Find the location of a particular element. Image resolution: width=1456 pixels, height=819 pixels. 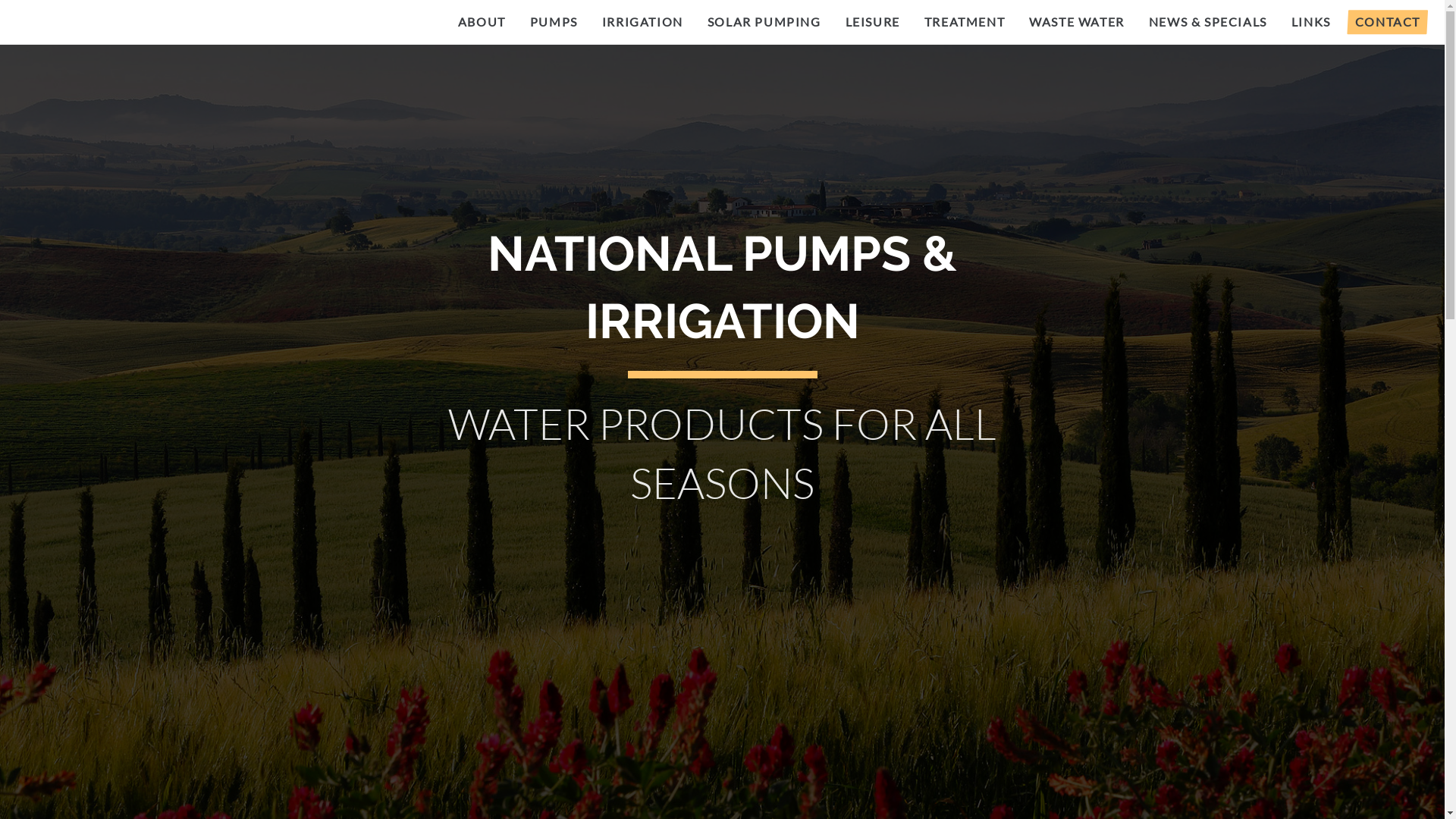

'NEWS & SPECIALS' is located at coordinates (1207, 22).